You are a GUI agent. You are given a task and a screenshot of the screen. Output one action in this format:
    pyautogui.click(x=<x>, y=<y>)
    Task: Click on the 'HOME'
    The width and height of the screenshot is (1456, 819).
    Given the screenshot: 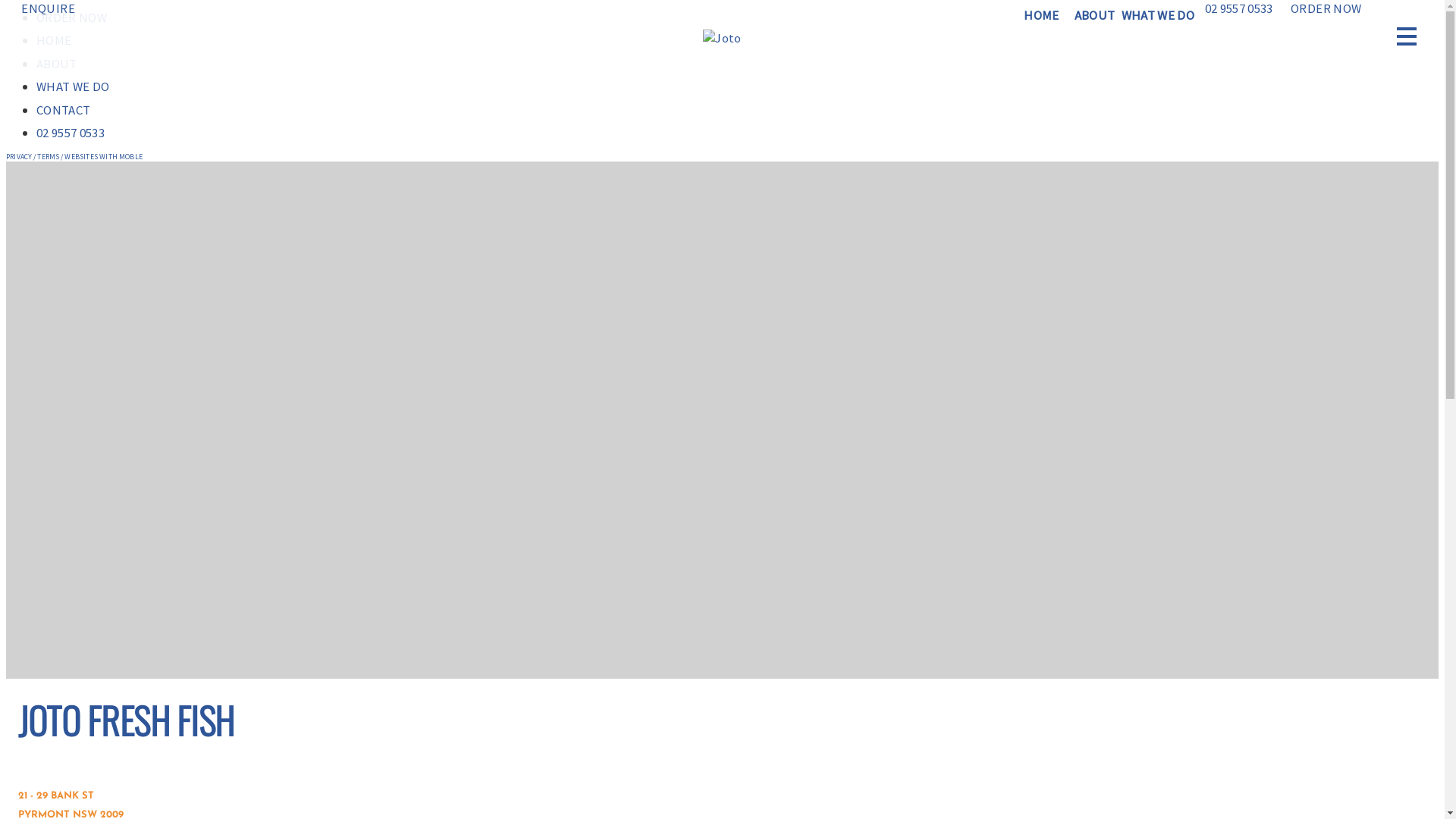 What is the action you would take?
    pyautogui.click(x=54, y=39)
    